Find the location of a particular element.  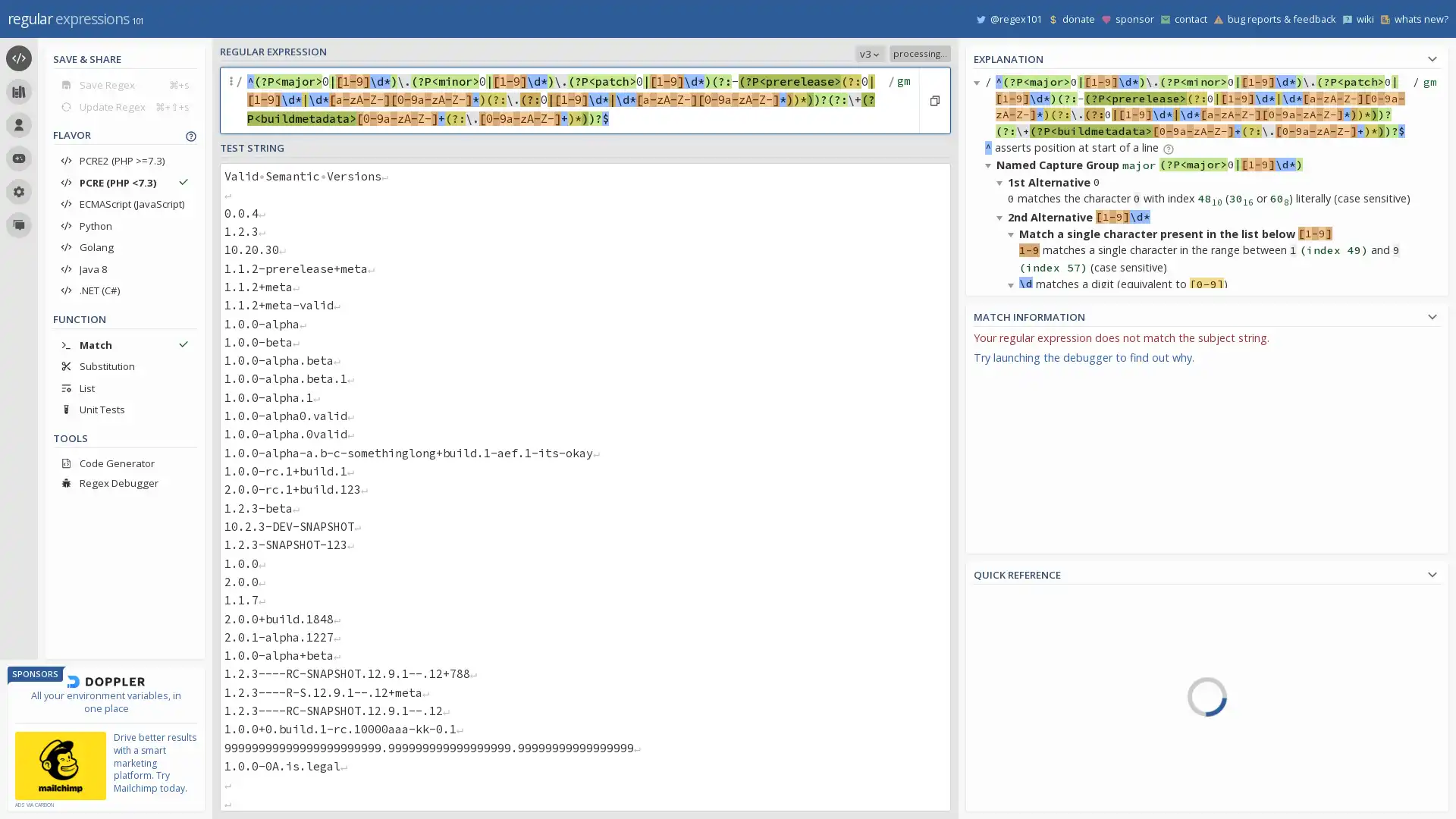

Substitution is located at coordinates (124, 366).